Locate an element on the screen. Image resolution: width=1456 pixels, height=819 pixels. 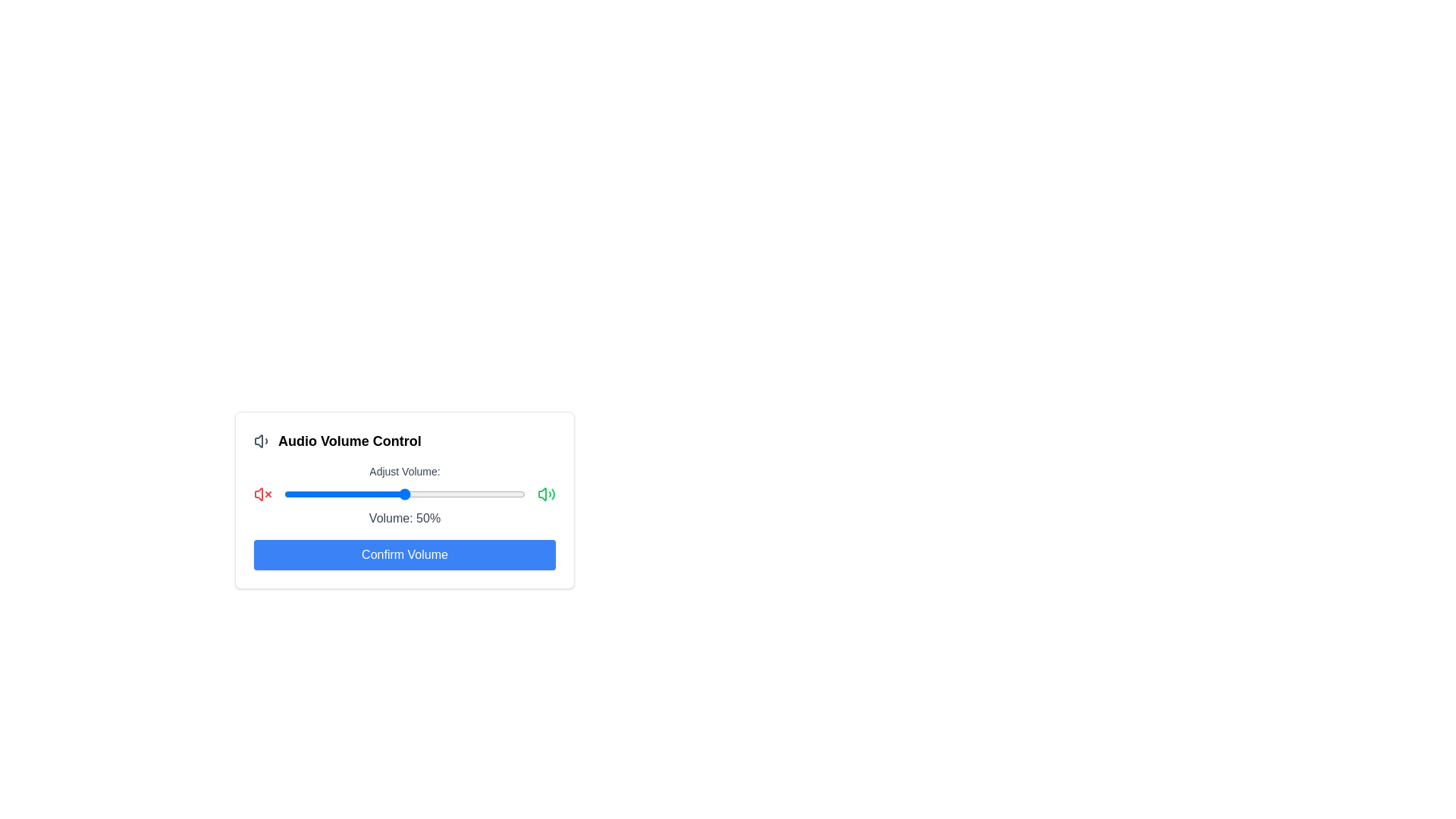
the volume slider to 90% is located at coordinates (501, 494).